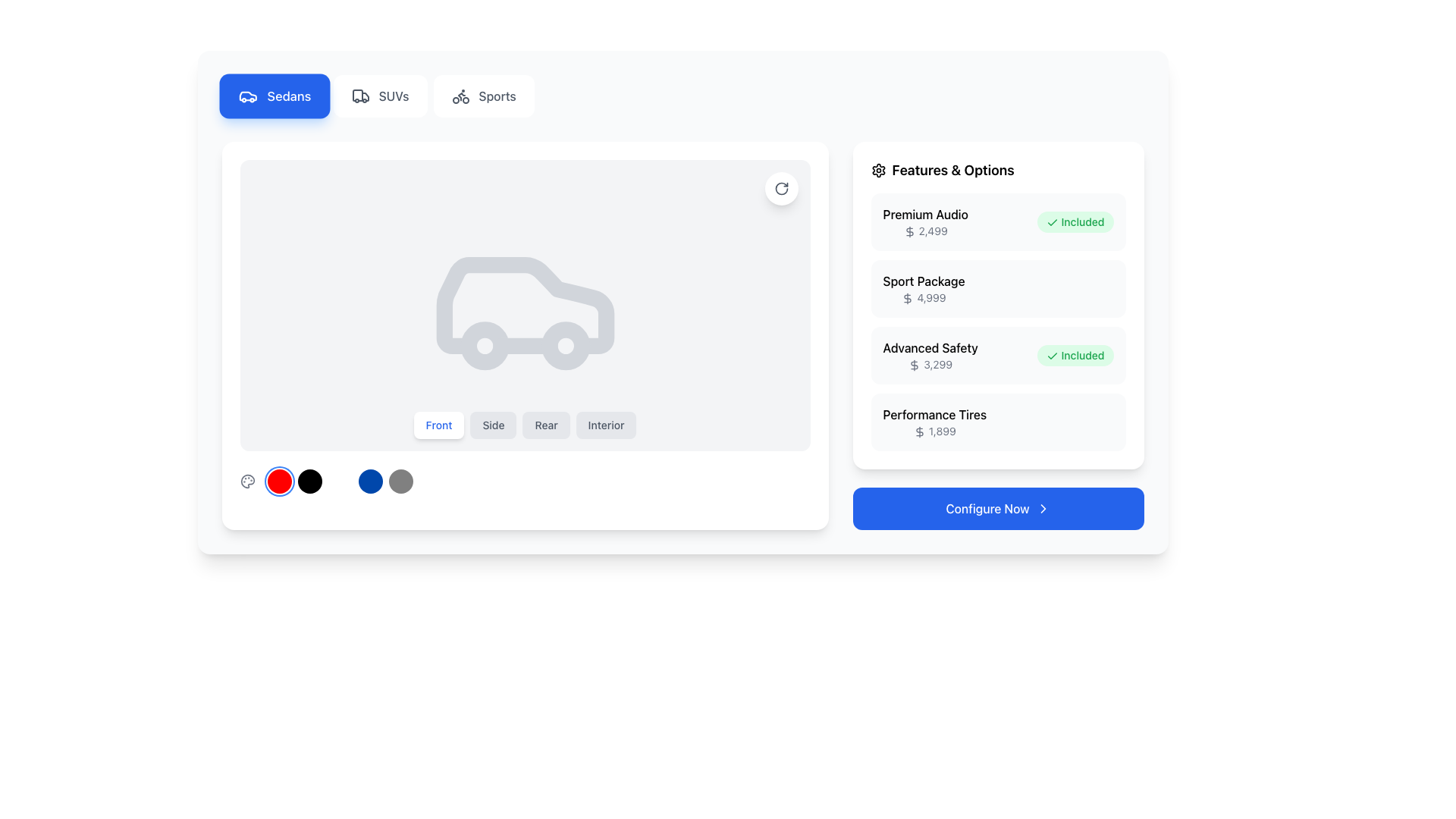 The width and height of the screenshot is (1456, 819). I want to click on the text label reading 'Advanced Safety', which is styled in a medium weight black font on a white background, located in the 'Features & Options' section as the main title of the third entry in the features list, so click(930, 348).